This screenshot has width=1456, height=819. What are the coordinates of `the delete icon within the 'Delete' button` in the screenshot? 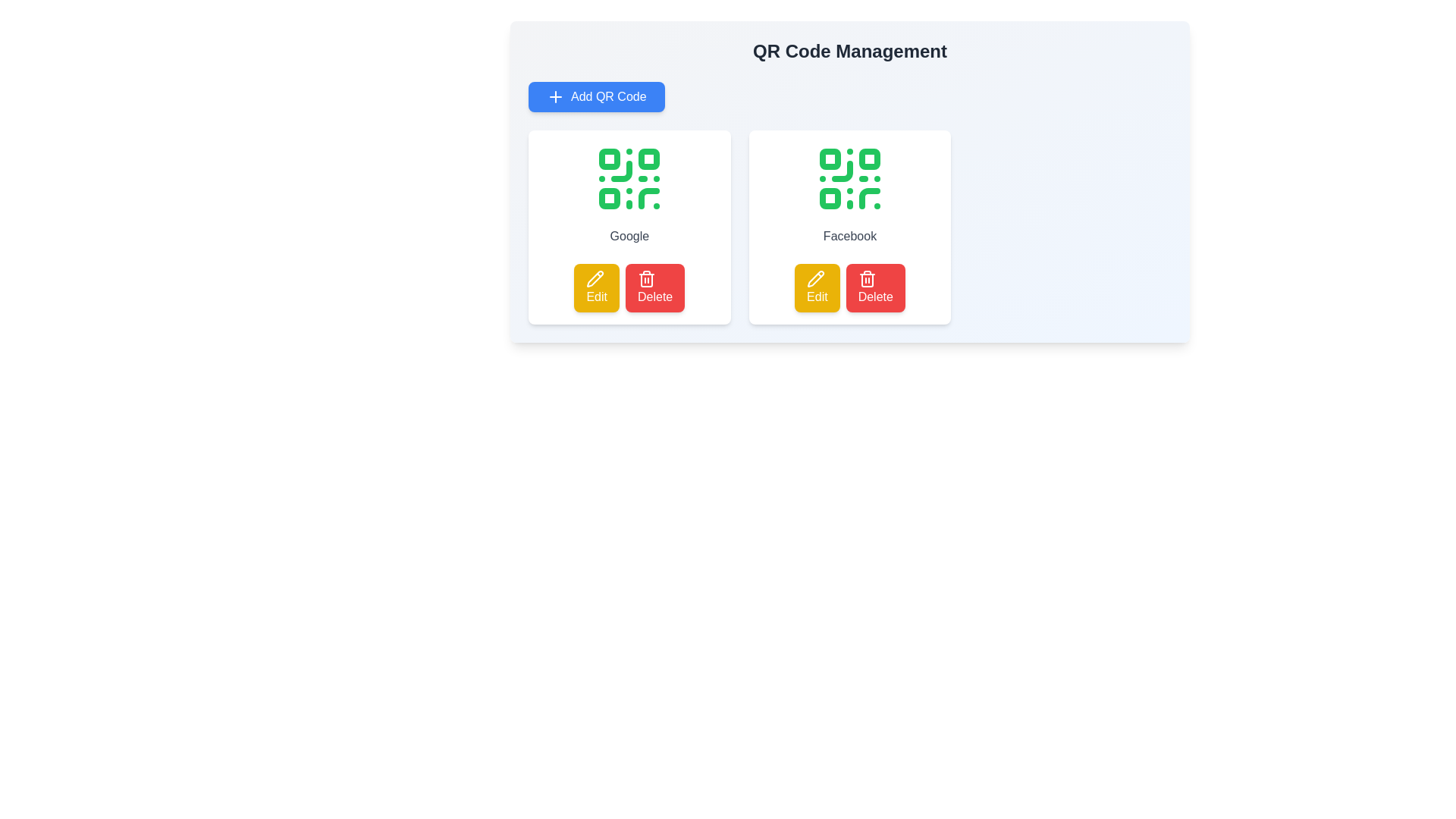 It's located at (867, 278).